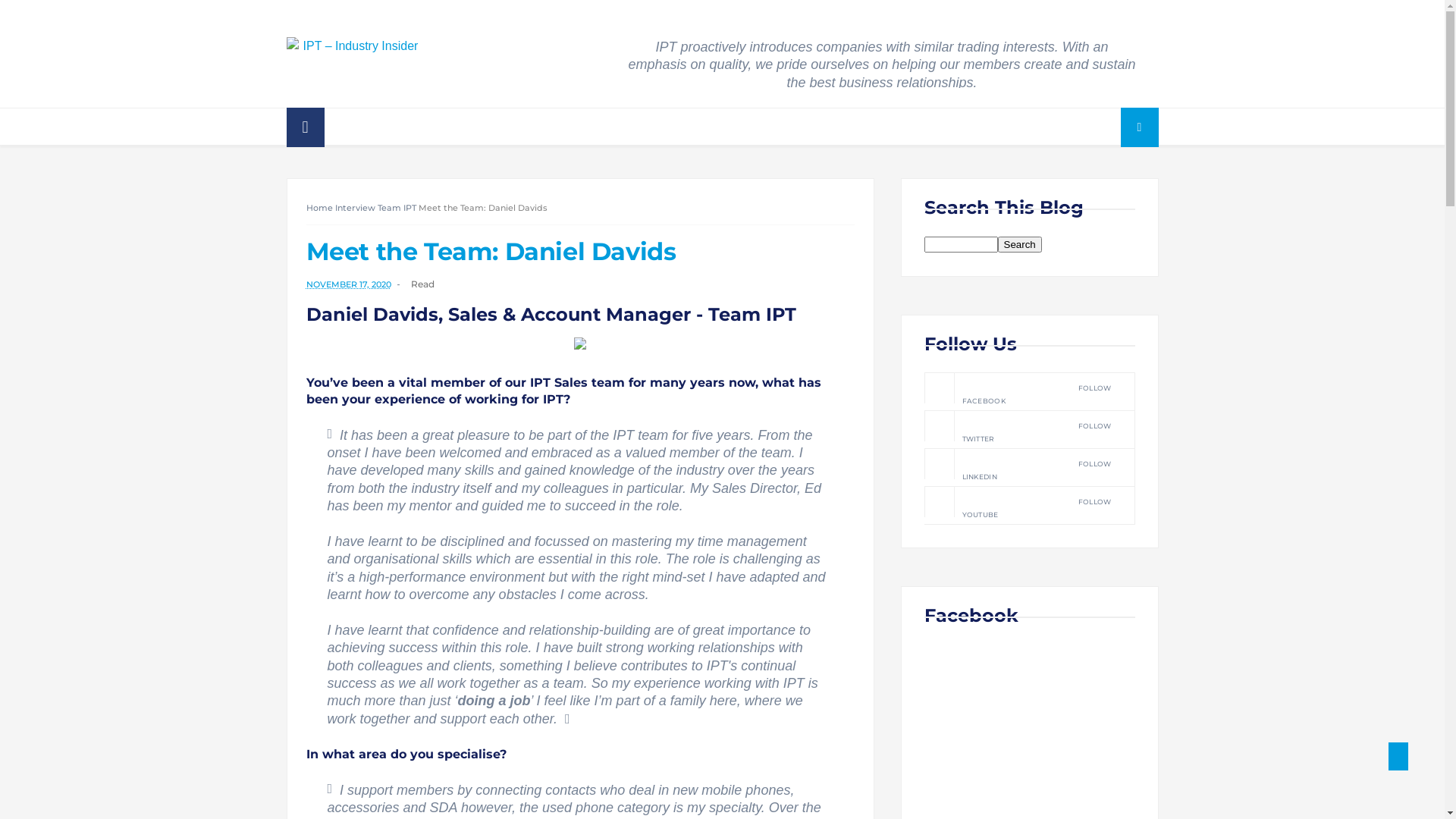 The width and height of the screenshot is (1456, 819). Describe the element at coordinates (355, 284) in the screenshot. I see `'NOVEMBER 17, 2020'` at that location.